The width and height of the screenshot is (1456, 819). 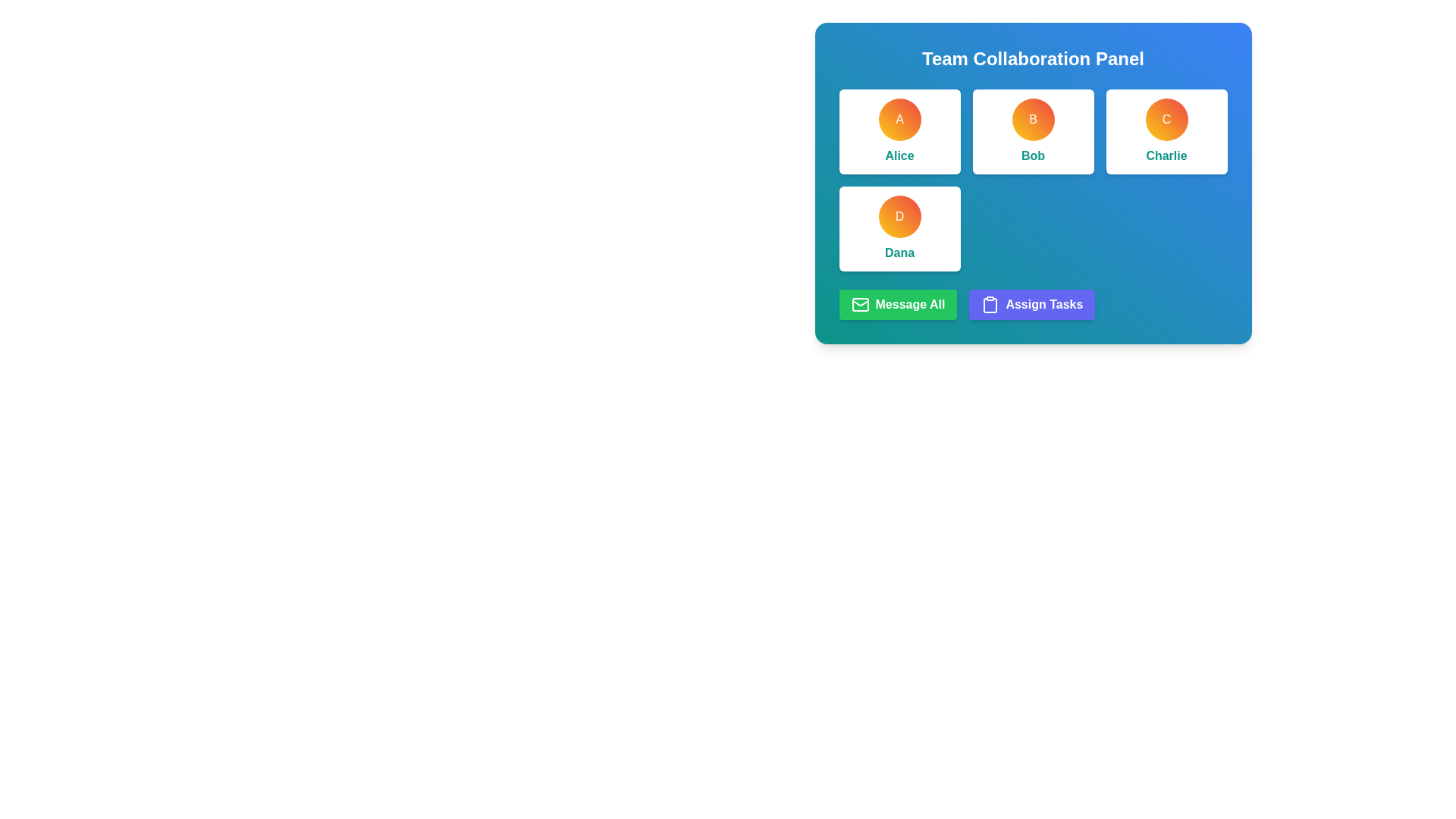 What do you see at coordinates (899, 228) in the screenshot?
I see `the Profile card featuring a circular gradient area with the letter 'D' and the name 'Dana' in teal, located in the bottom-left cell of a 2x3 grid` at bounding box center [899, 228].